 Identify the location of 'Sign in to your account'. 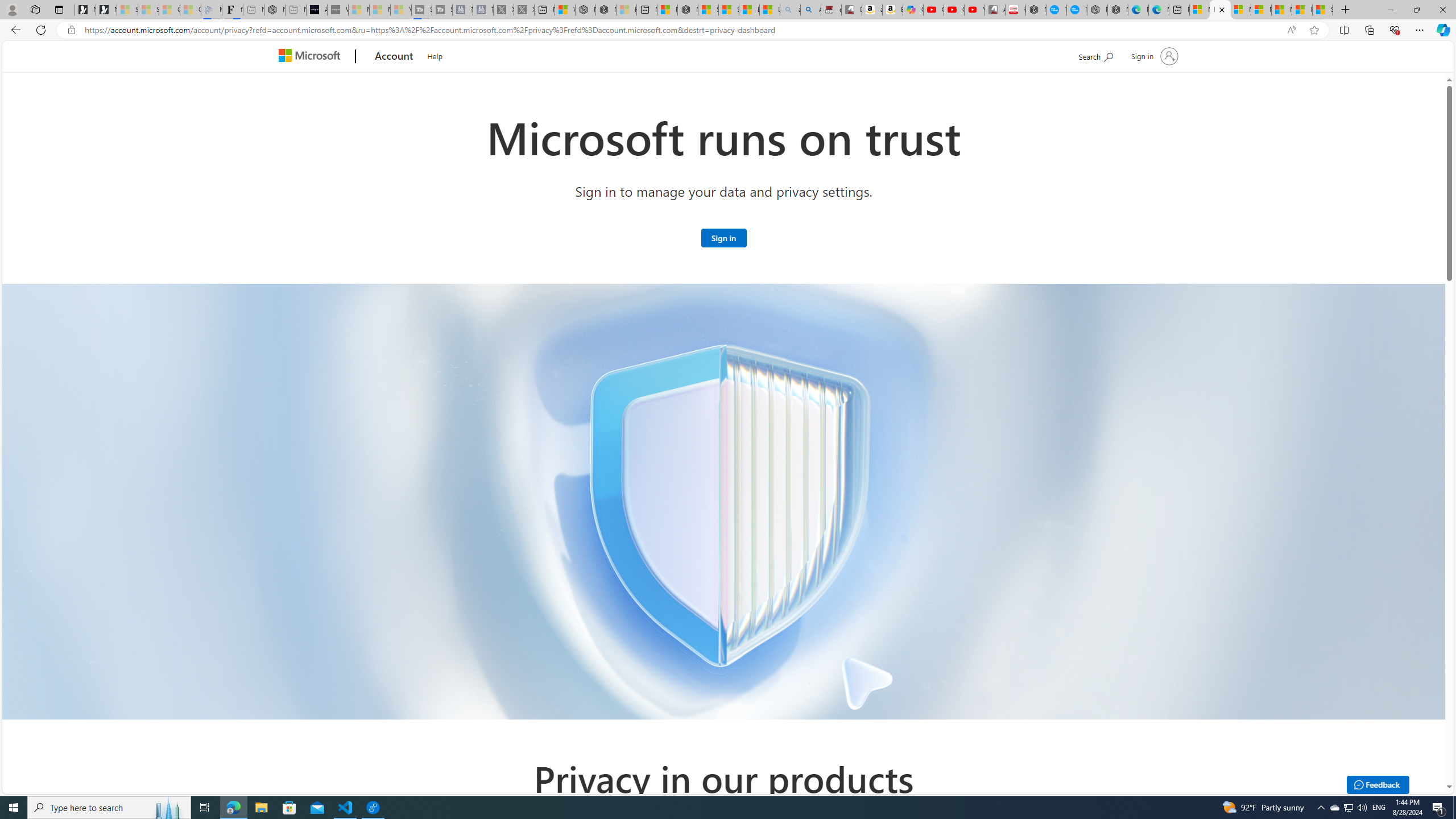
(1152, 55).